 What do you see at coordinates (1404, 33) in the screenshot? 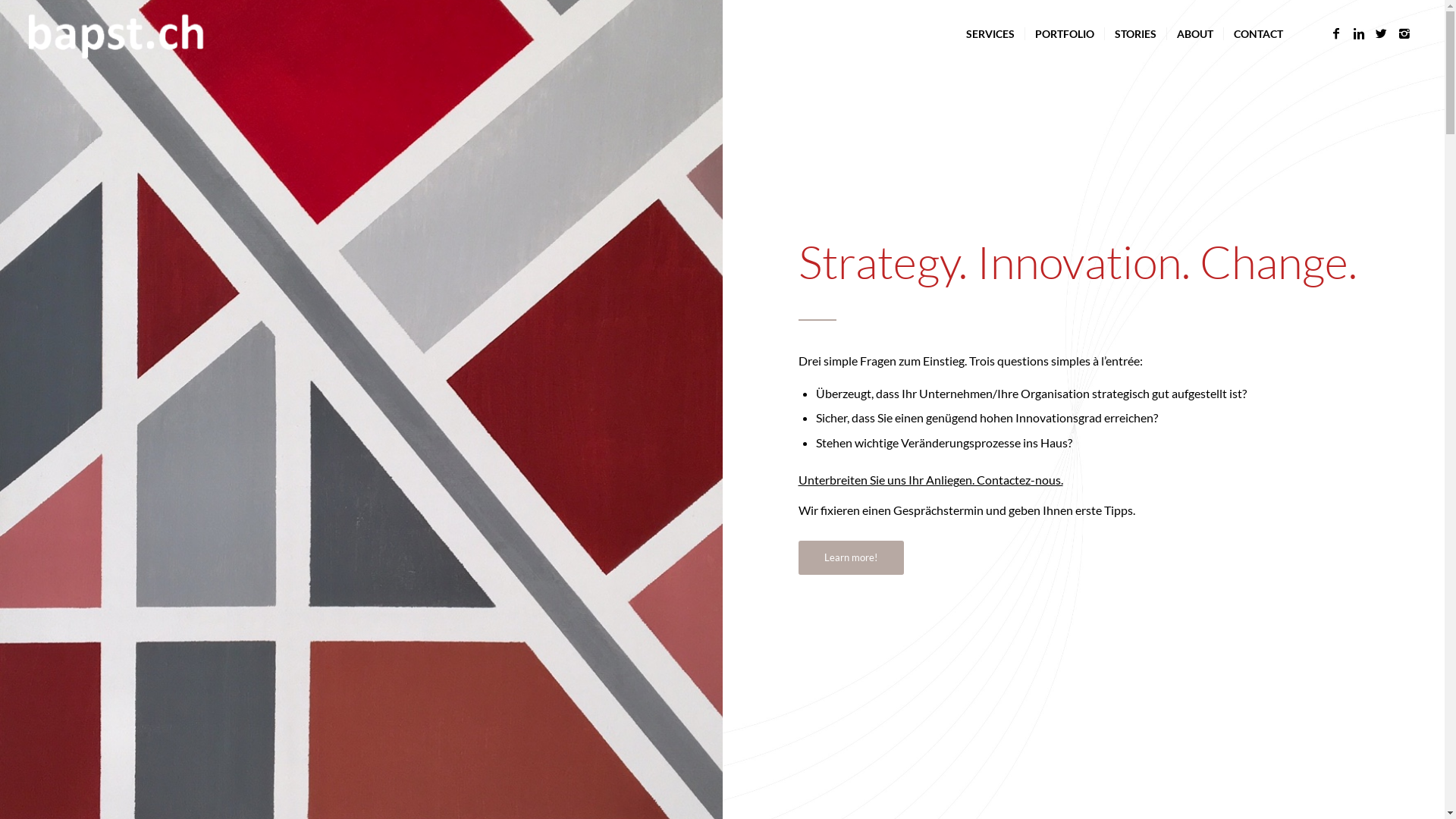
I see `'Instagram'` at bounding box center [1404, 33].